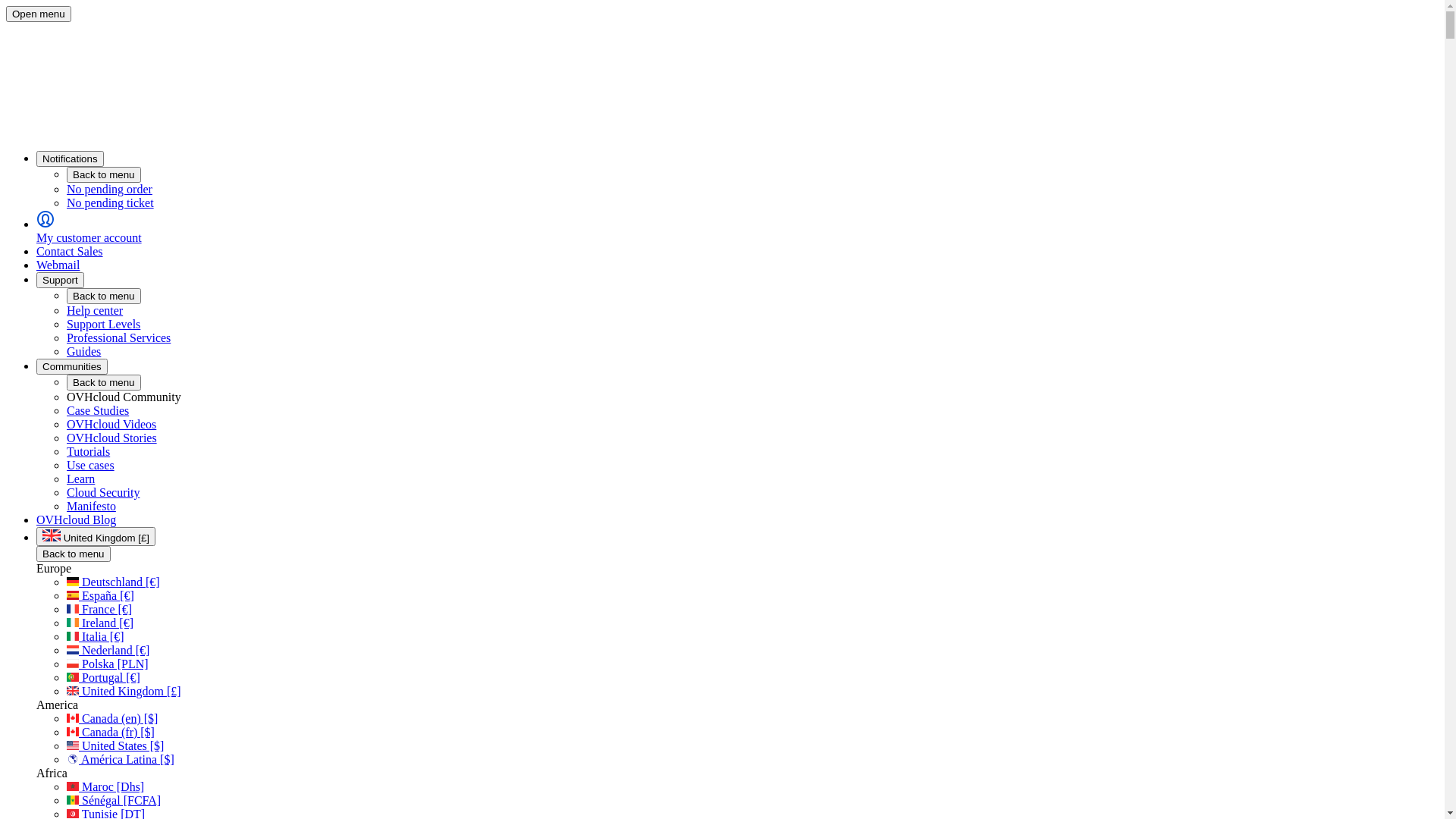  I want to click on 'Notifications', so click(69, 158).